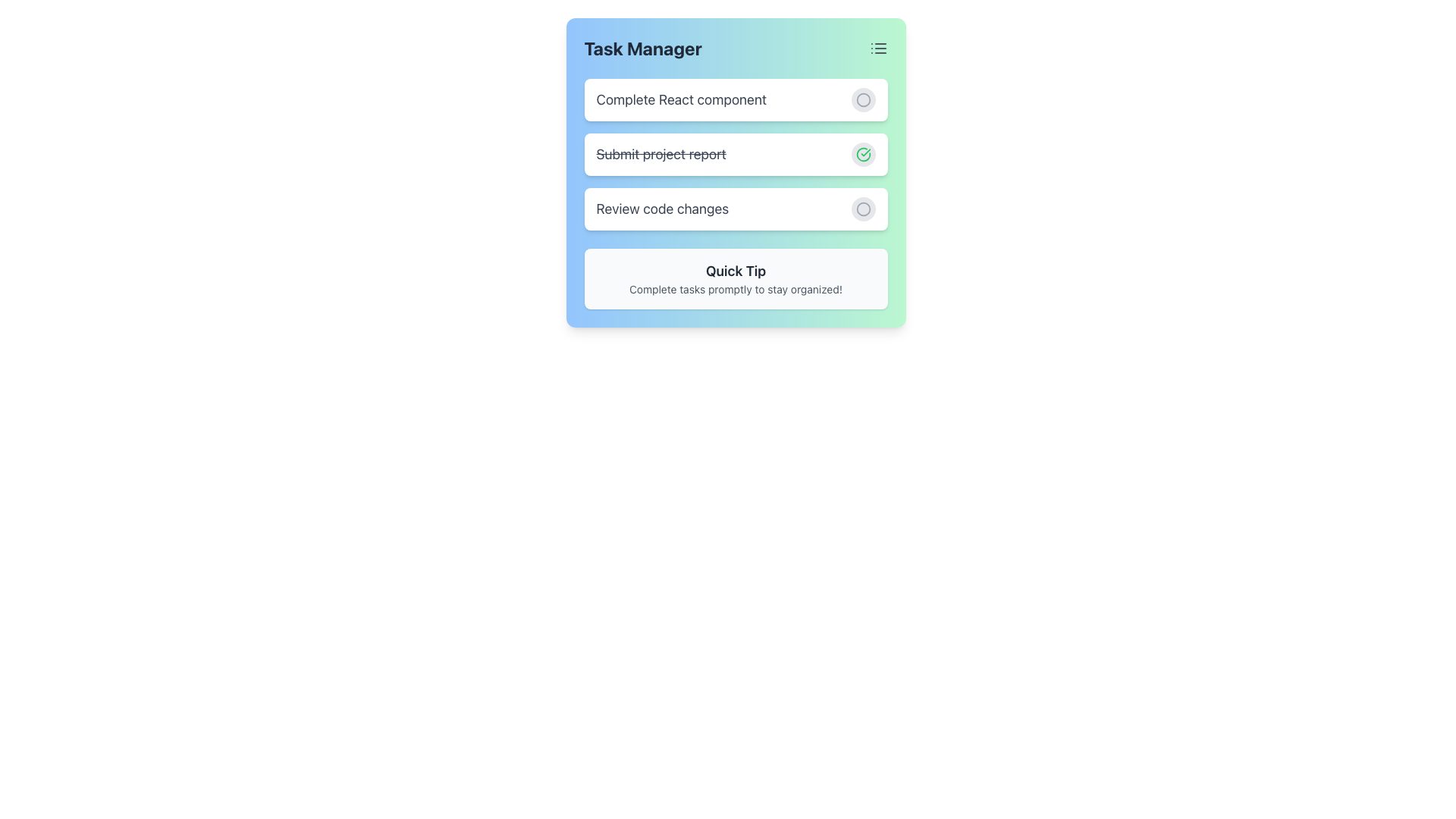 This screenshot has width=1456, height=819. I want to click on the Task Item element labeled 'Complete React component', so click(736, 99).